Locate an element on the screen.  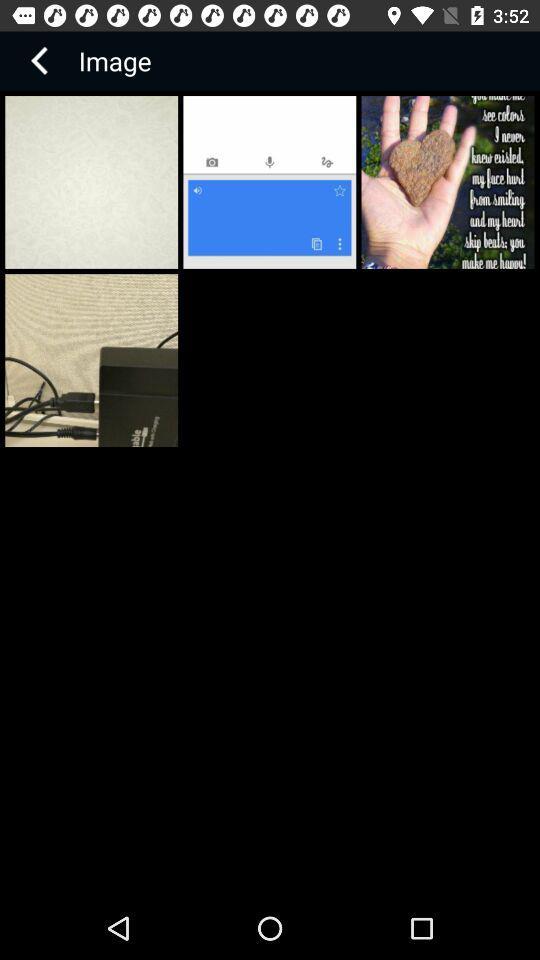
the item to the left of the image is located at coordinates (39, 61).